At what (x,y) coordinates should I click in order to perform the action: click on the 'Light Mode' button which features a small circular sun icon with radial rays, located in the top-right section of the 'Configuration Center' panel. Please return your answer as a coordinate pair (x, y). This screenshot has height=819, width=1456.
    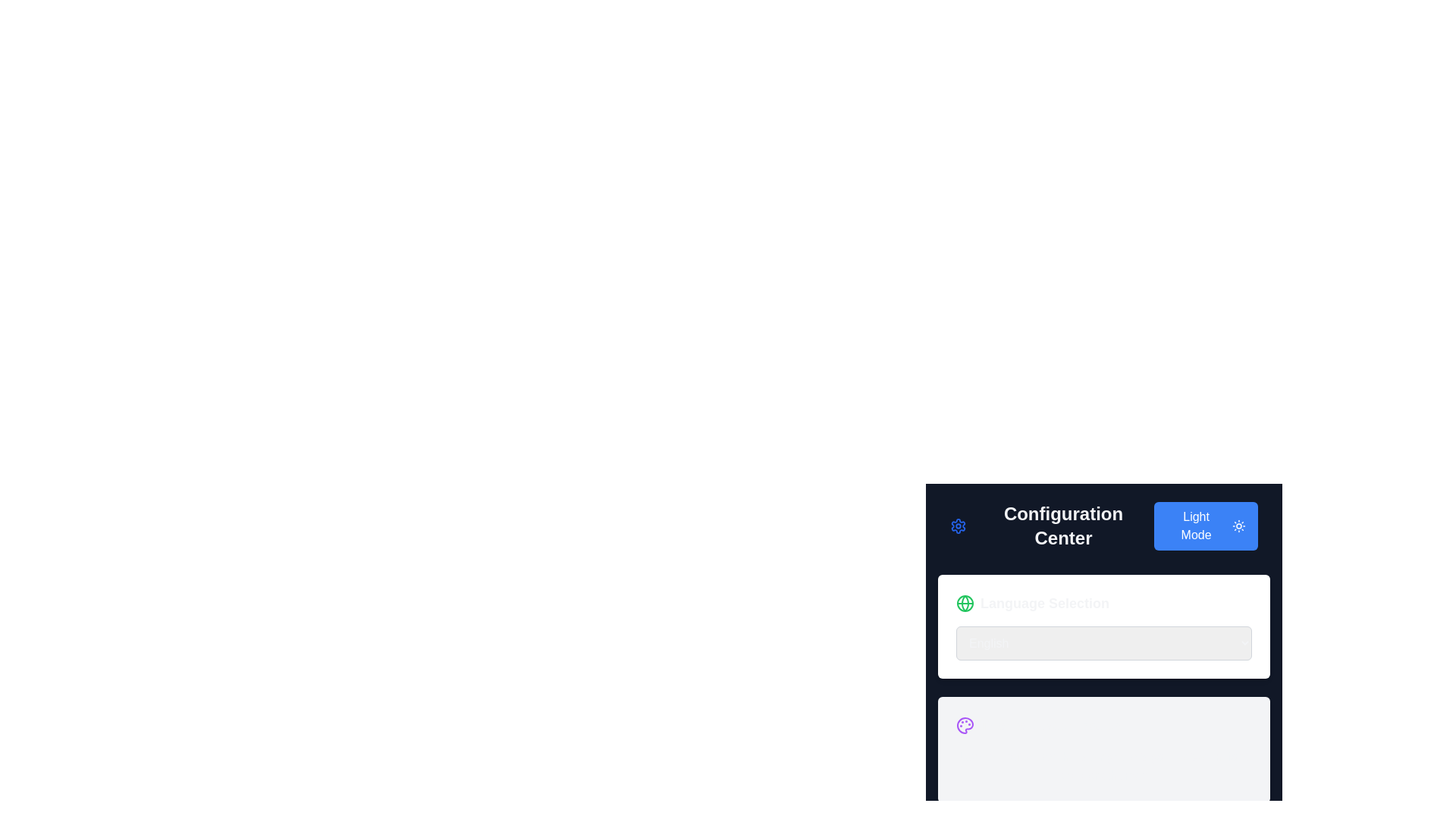
    Looking at the image, I should click on (1239, 526).